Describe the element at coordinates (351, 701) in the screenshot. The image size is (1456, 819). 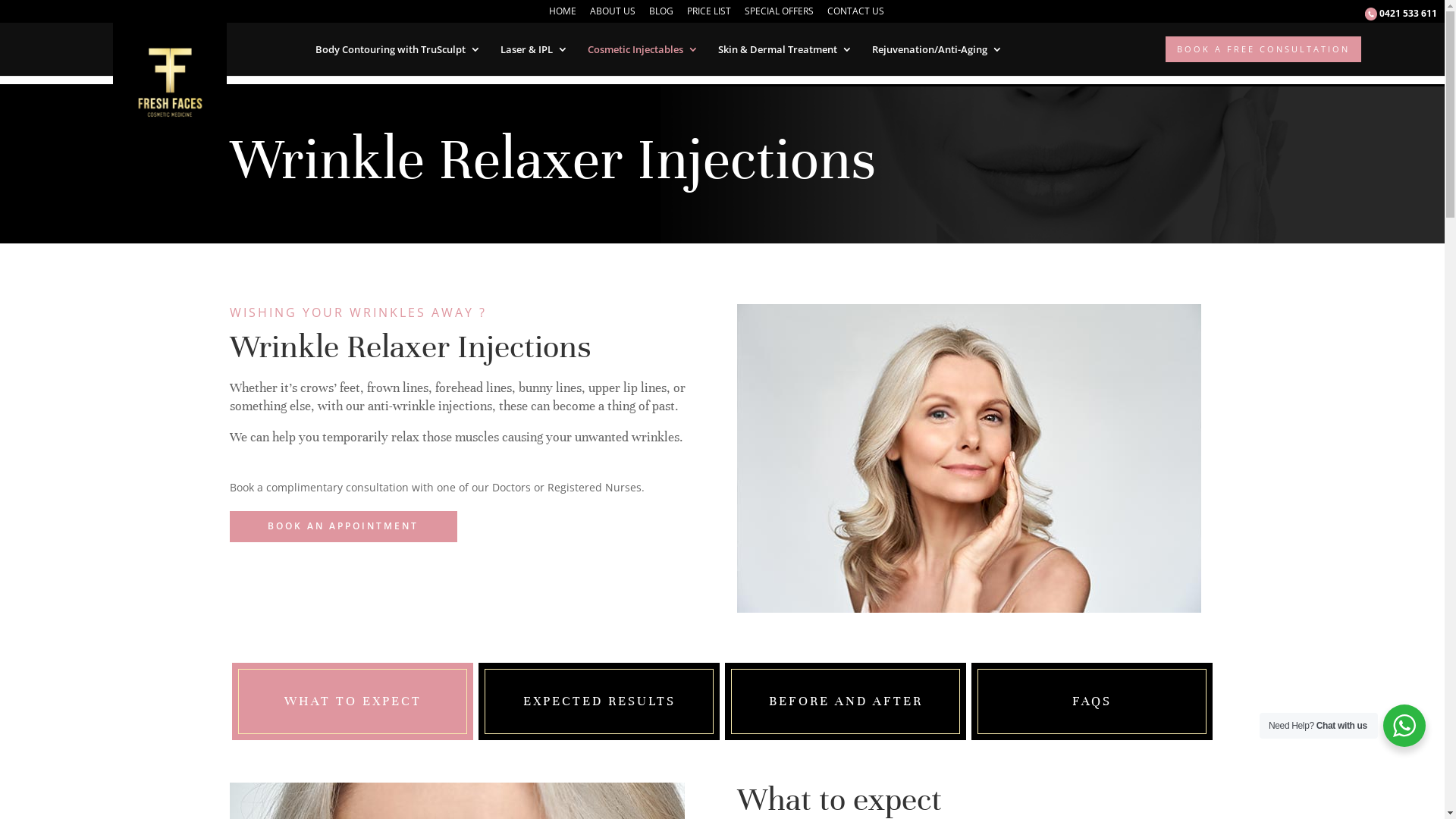
I see `'WHAT TO EXPECT'` at that location.